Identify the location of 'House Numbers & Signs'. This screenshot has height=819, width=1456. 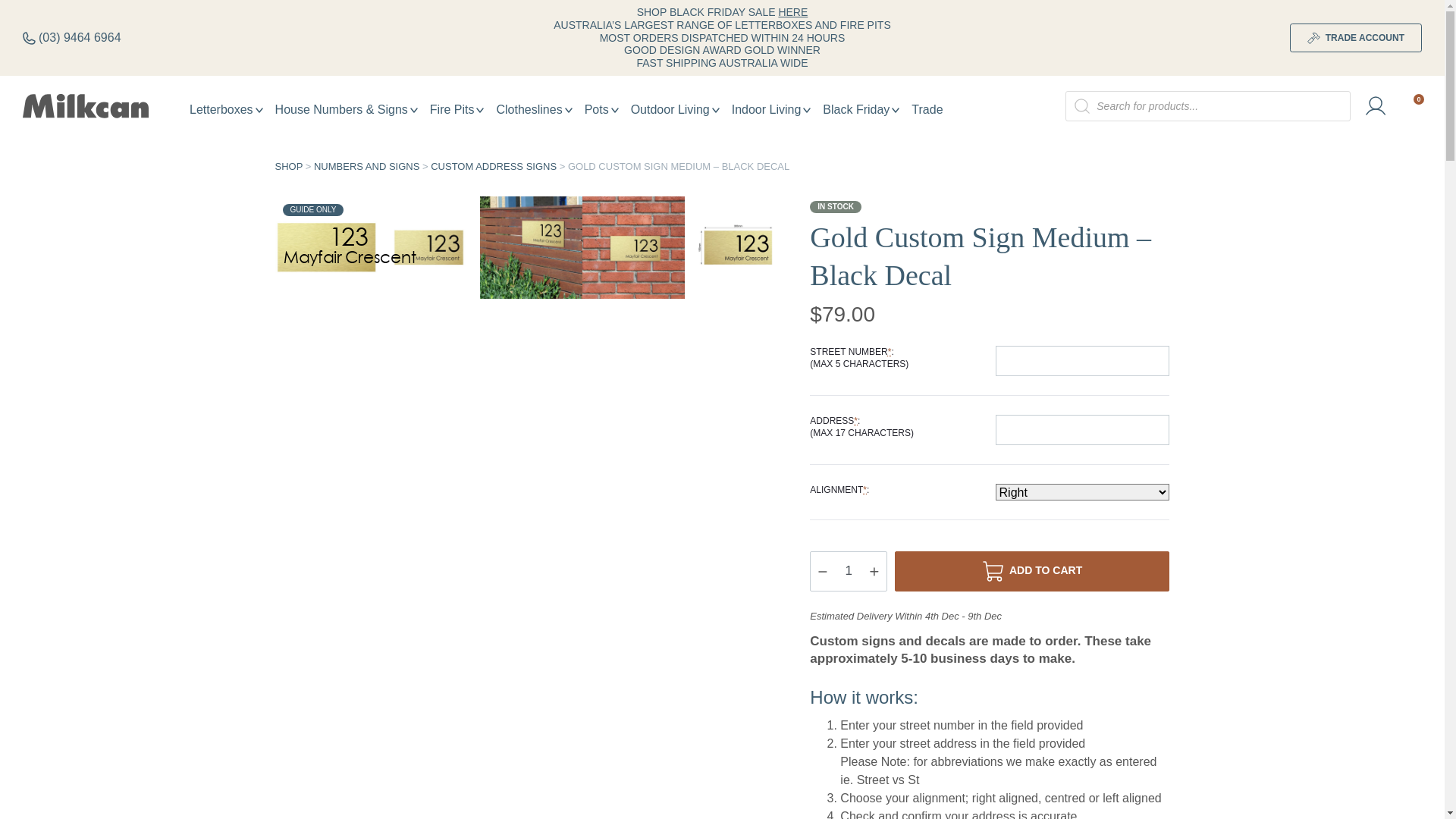
(345, 108).